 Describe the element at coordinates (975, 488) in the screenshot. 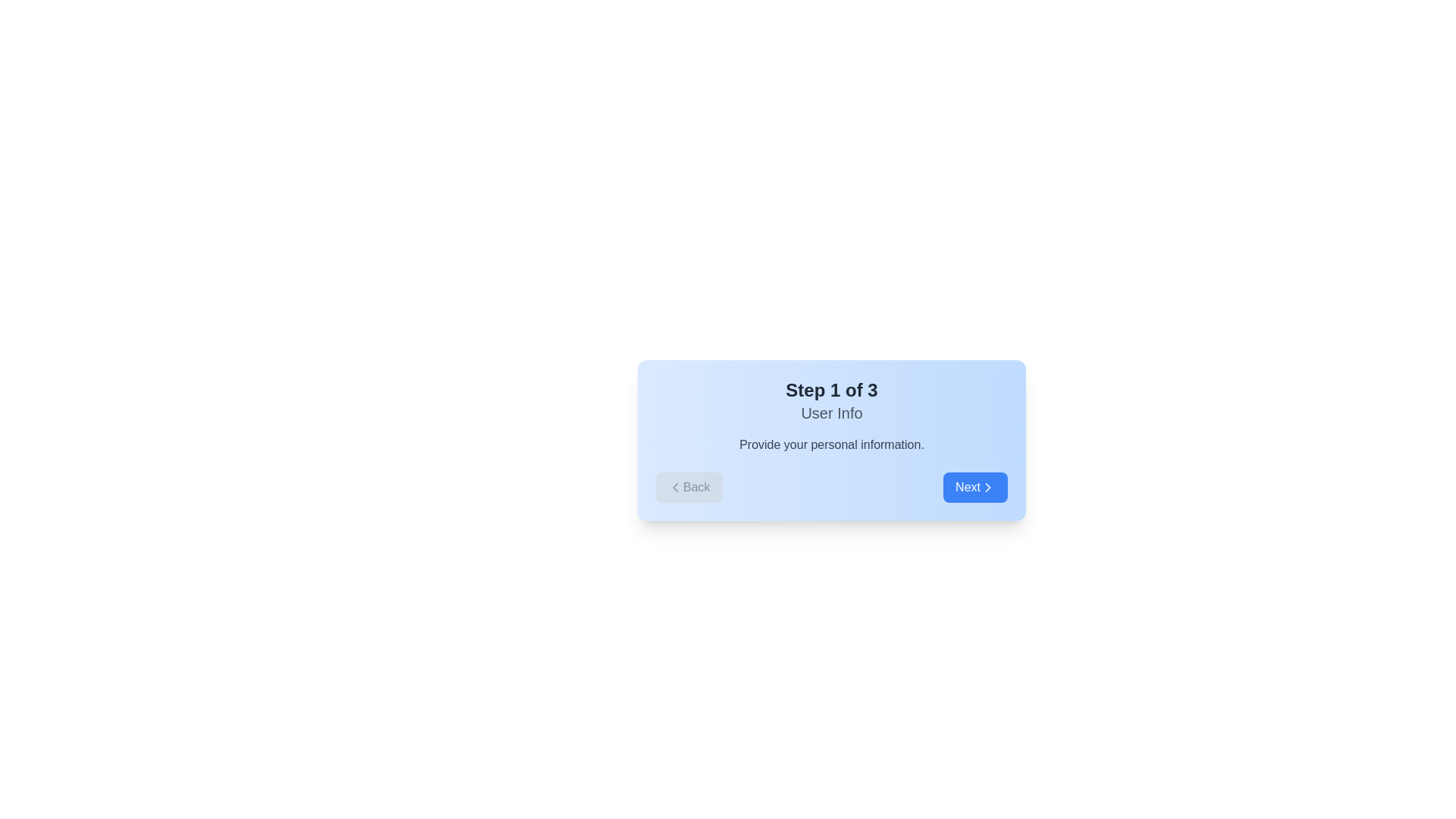

I see `the 'Next' button located in the bottom-right corner of the card UI component` at that location.